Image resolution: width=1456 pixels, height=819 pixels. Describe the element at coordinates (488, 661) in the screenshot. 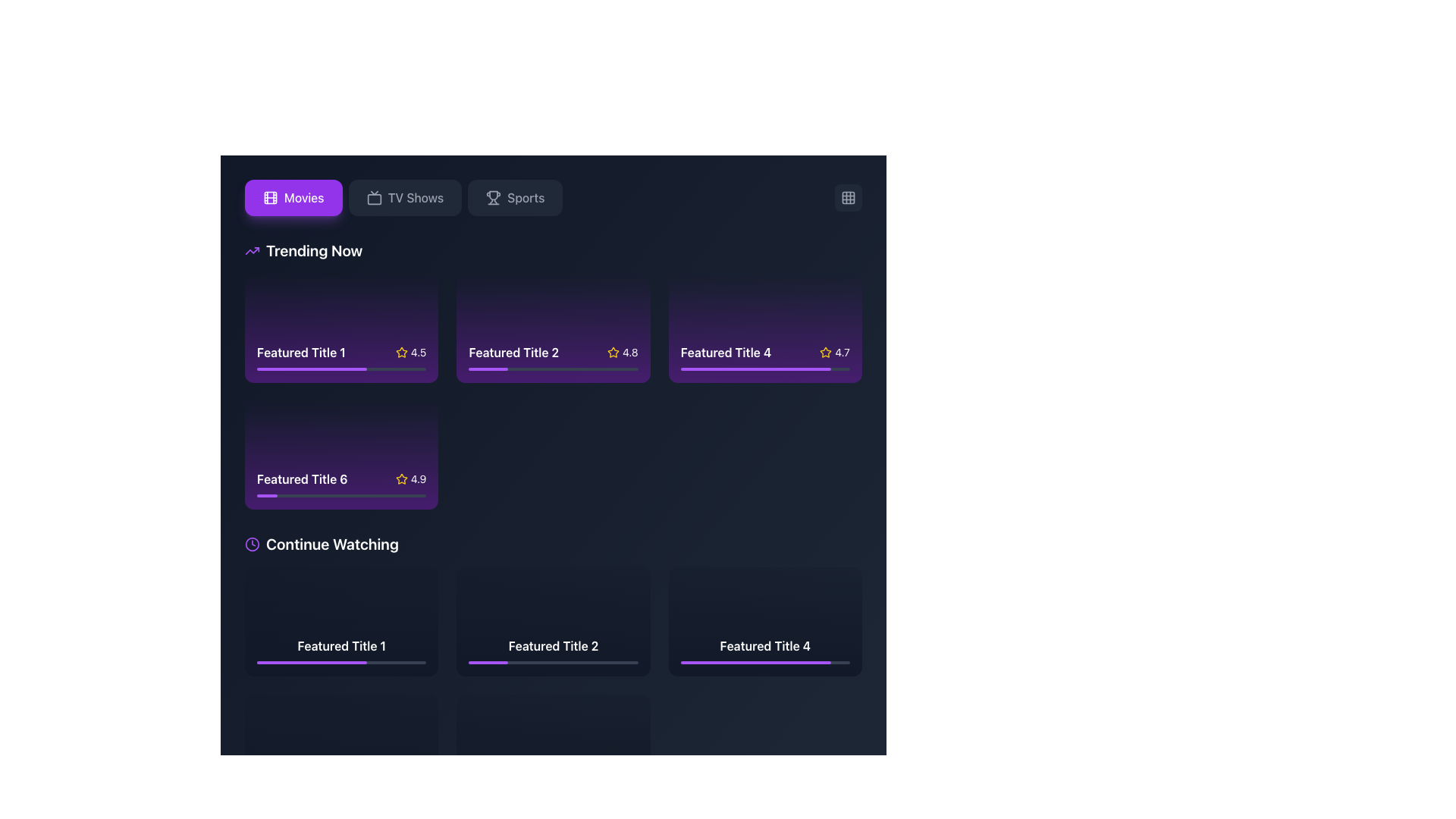

I see `the filled portion of the progress bar in the 'Continue Watching' section associated with 'Featured Title 2'` at that location.